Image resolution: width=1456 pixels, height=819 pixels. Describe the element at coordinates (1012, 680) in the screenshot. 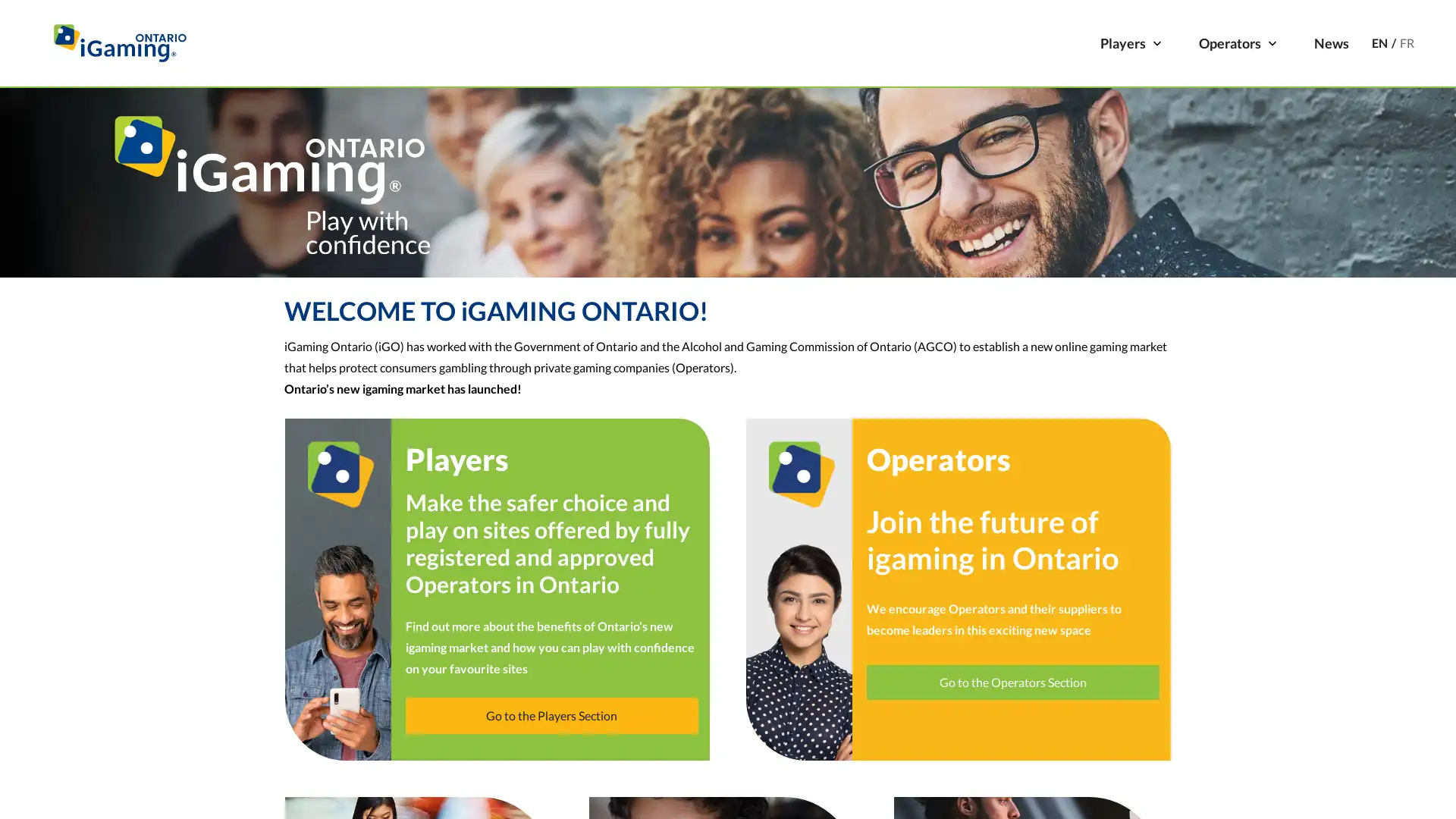

I see `Go to the Operators Section` at that location.